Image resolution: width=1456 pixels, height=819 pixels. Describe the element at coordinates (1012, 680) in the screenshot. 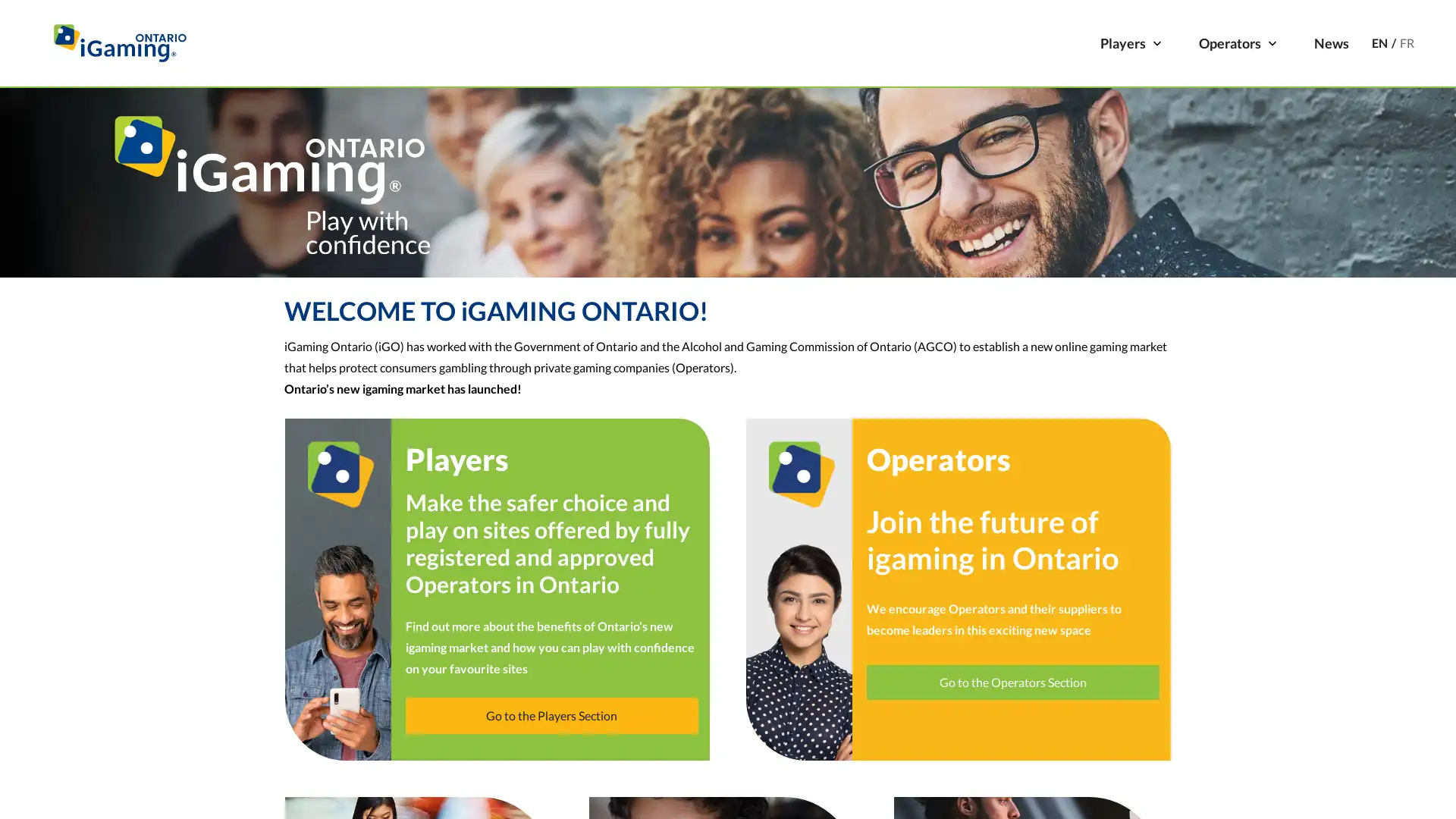

I see `Go to the Operators Section` at that location.